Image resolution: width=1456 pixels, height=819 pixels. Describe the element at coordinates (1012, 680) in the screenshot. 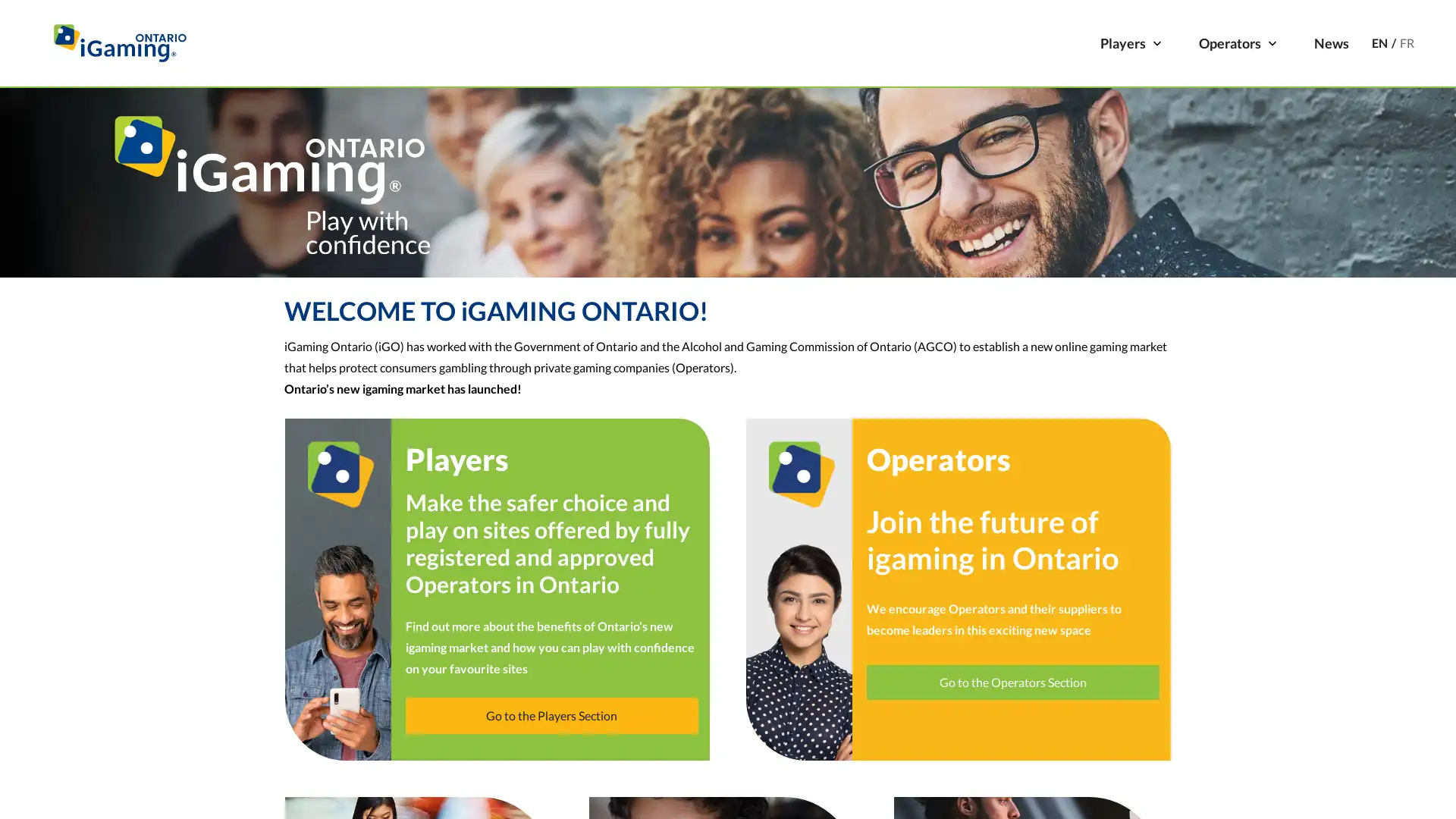

I see `Go to the Operators Section` at that location.